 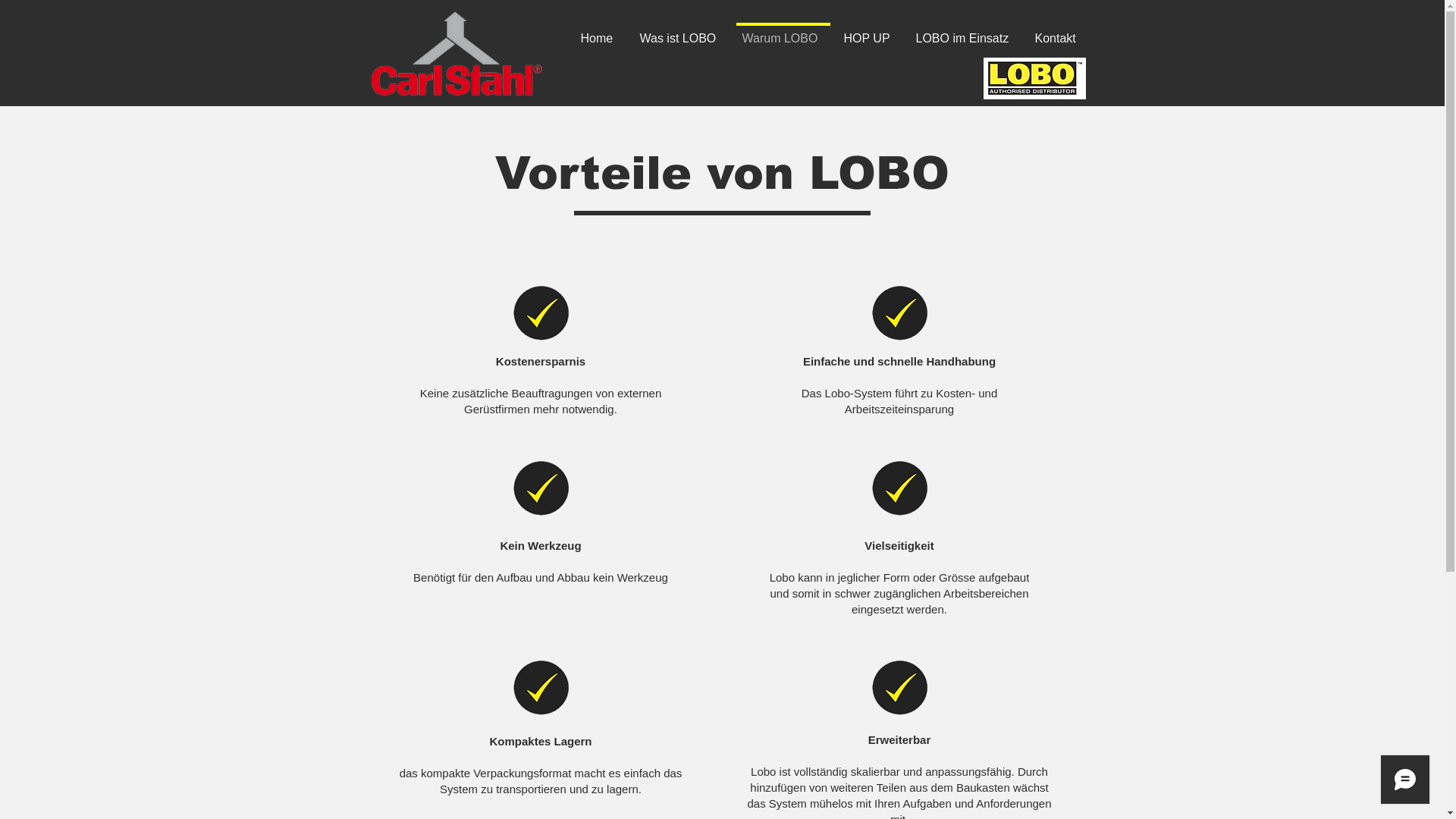 I want to click on 'Was ist LOBO', so click(x=679, y=31).